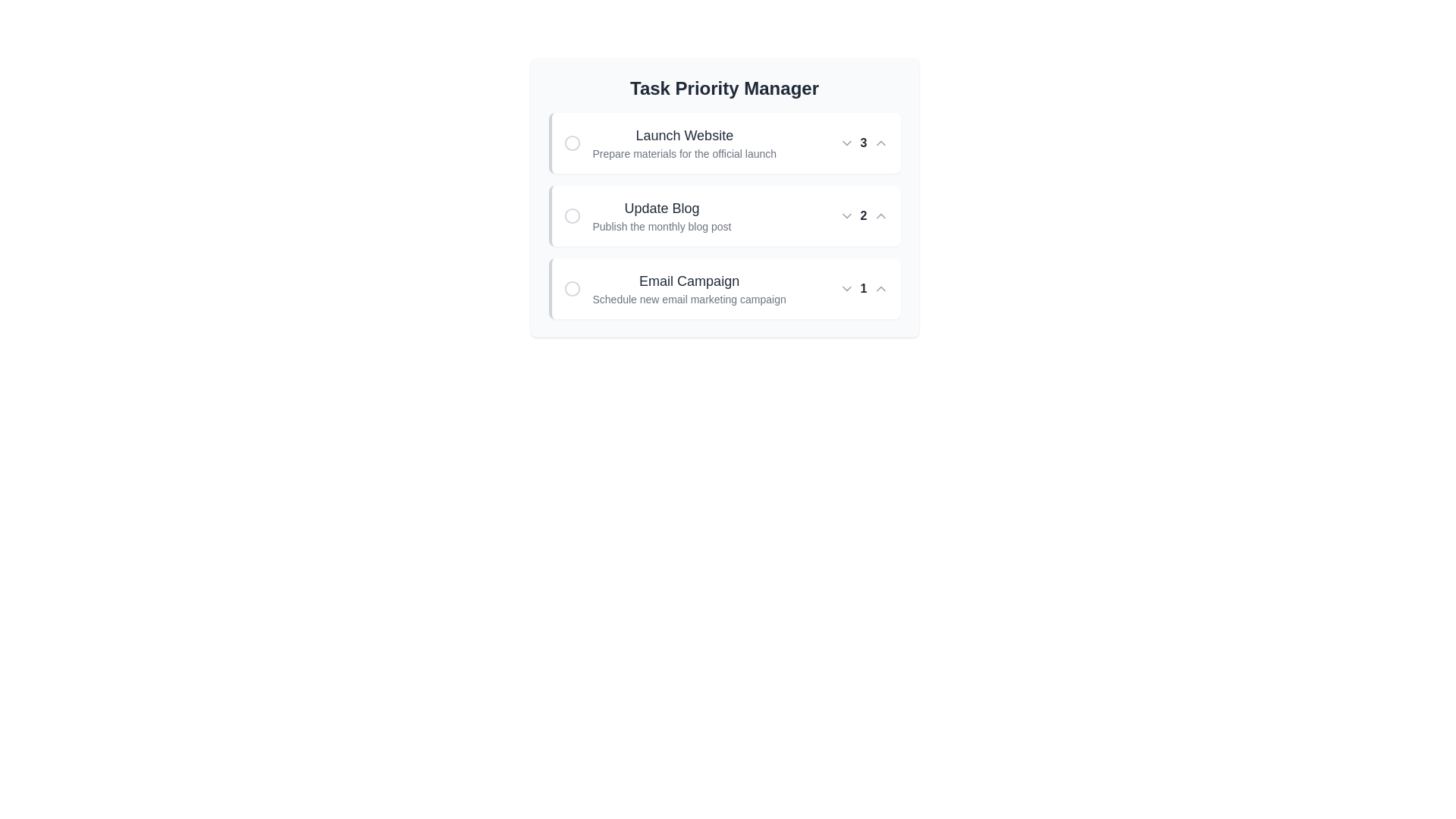 The height and width of the screenshot is (819, 1456). I want to click on the Text Label that serves as the title for the associated task, which is centered horizontally within the 'Update Blog' task card and is positioned above the text 'Publish the monthly blog post', so click(662, 208).